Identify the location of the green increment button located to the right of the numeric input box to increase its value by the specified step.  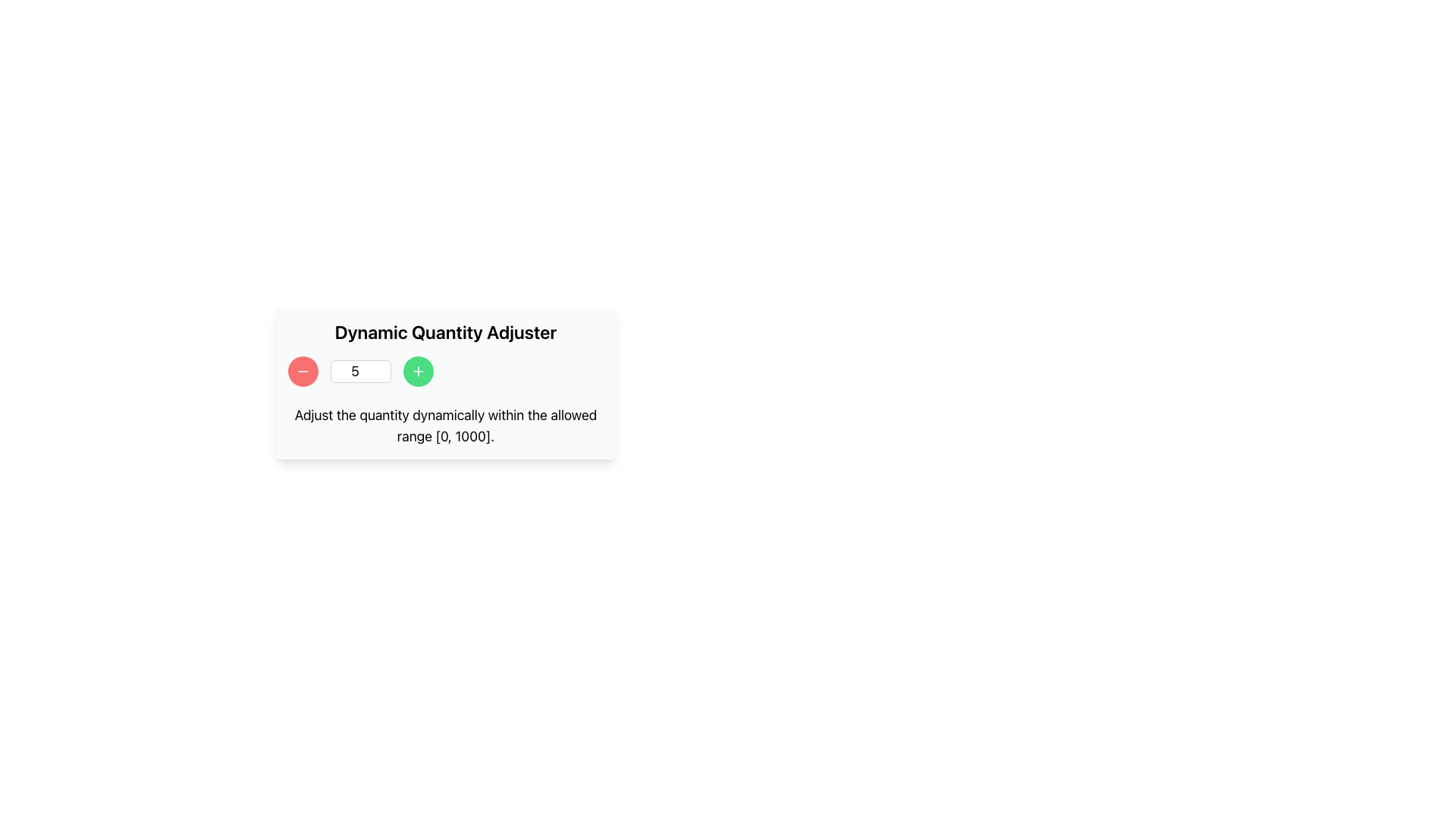
(419, 371).